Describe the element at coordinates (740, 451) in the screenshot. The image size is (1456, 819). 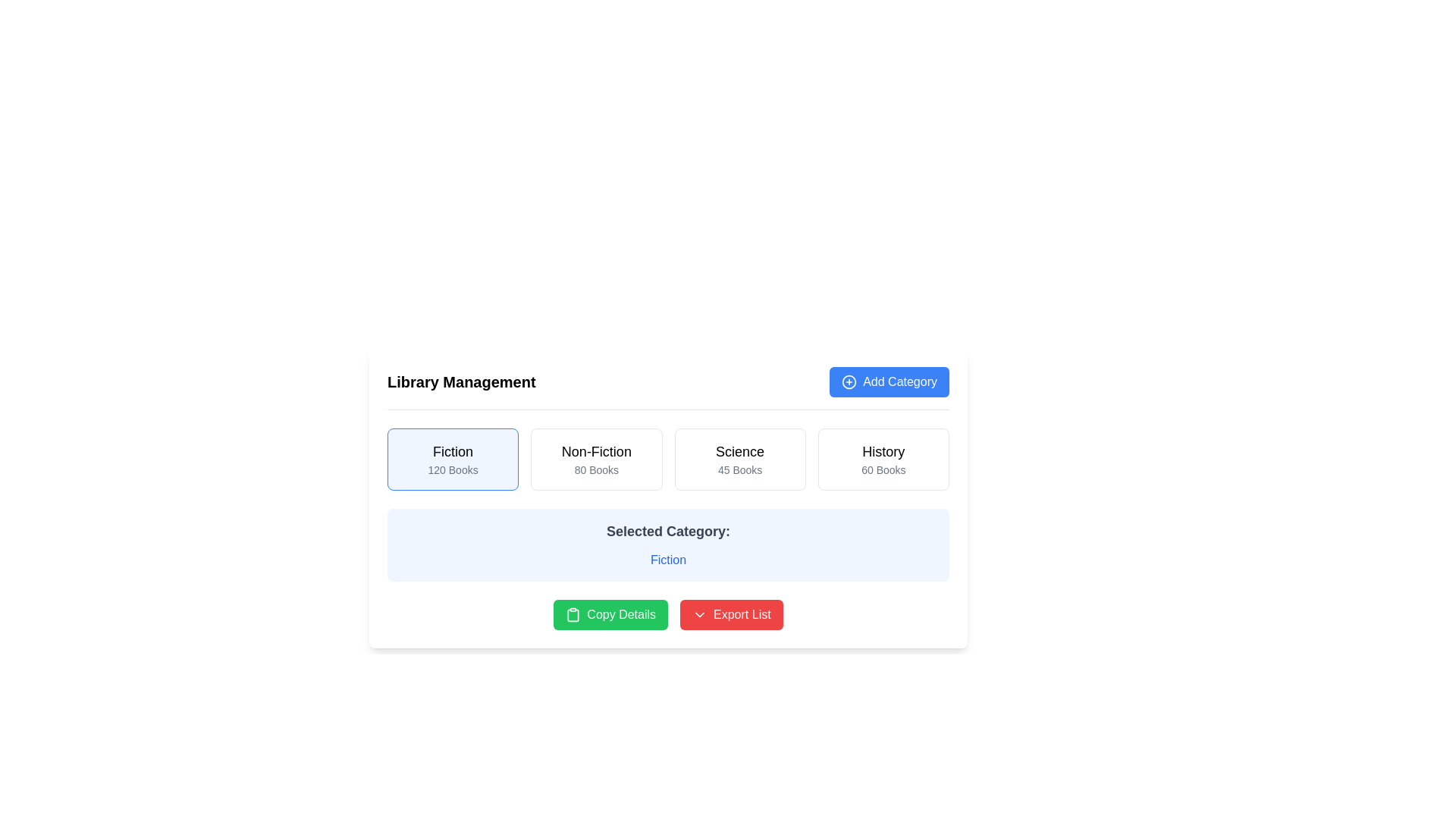
I see `the text label displaying 'Science' which is centrally aligned within the category card labeled 'Science 45 Books'` at that location.